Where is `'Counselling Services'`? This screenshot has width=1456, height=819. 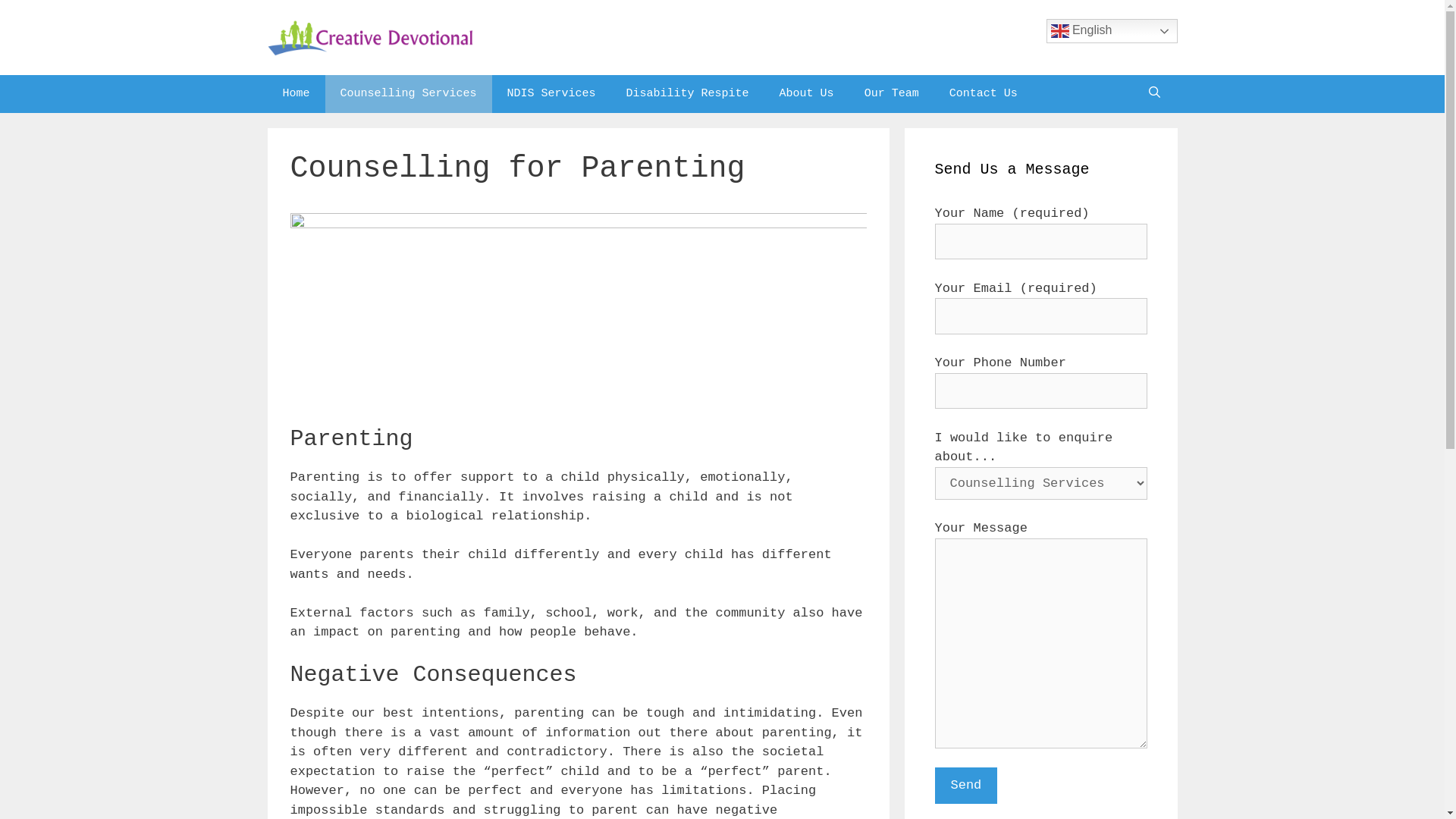
'Counselling Services' is located at coordinates (408, 93).